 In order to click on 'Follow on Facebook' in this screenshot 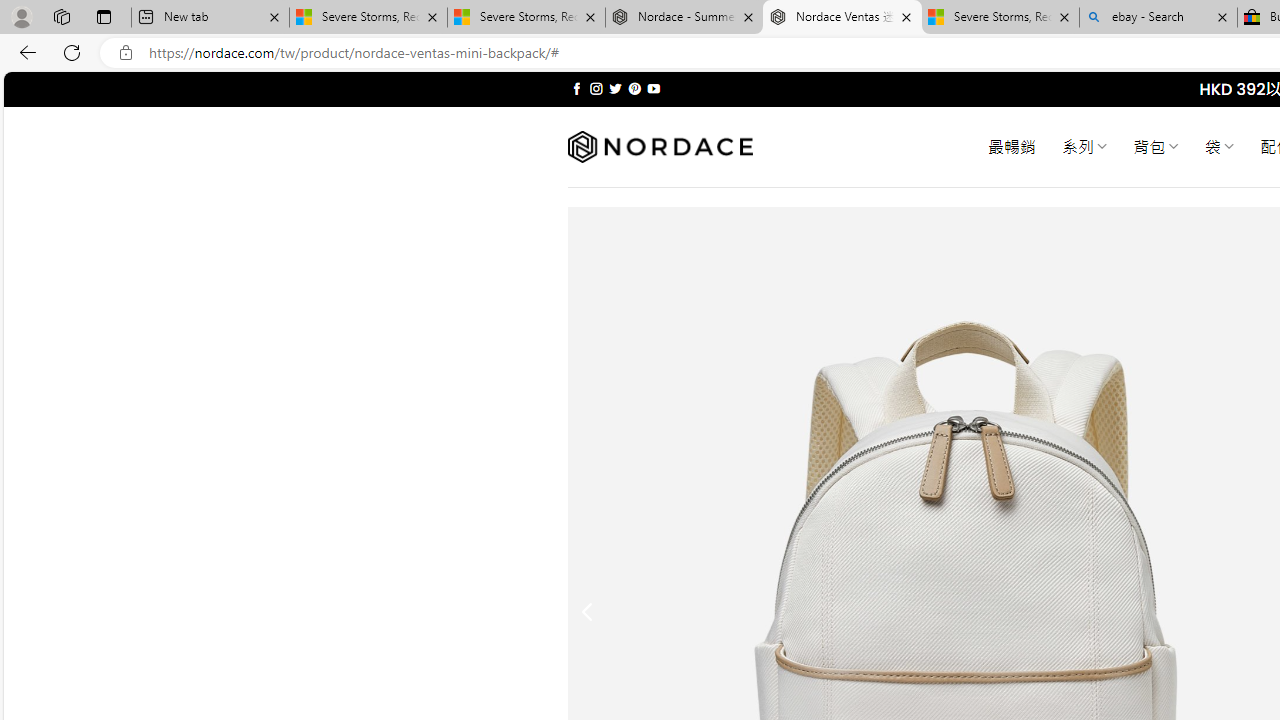, I will do `click(576, 88)`.